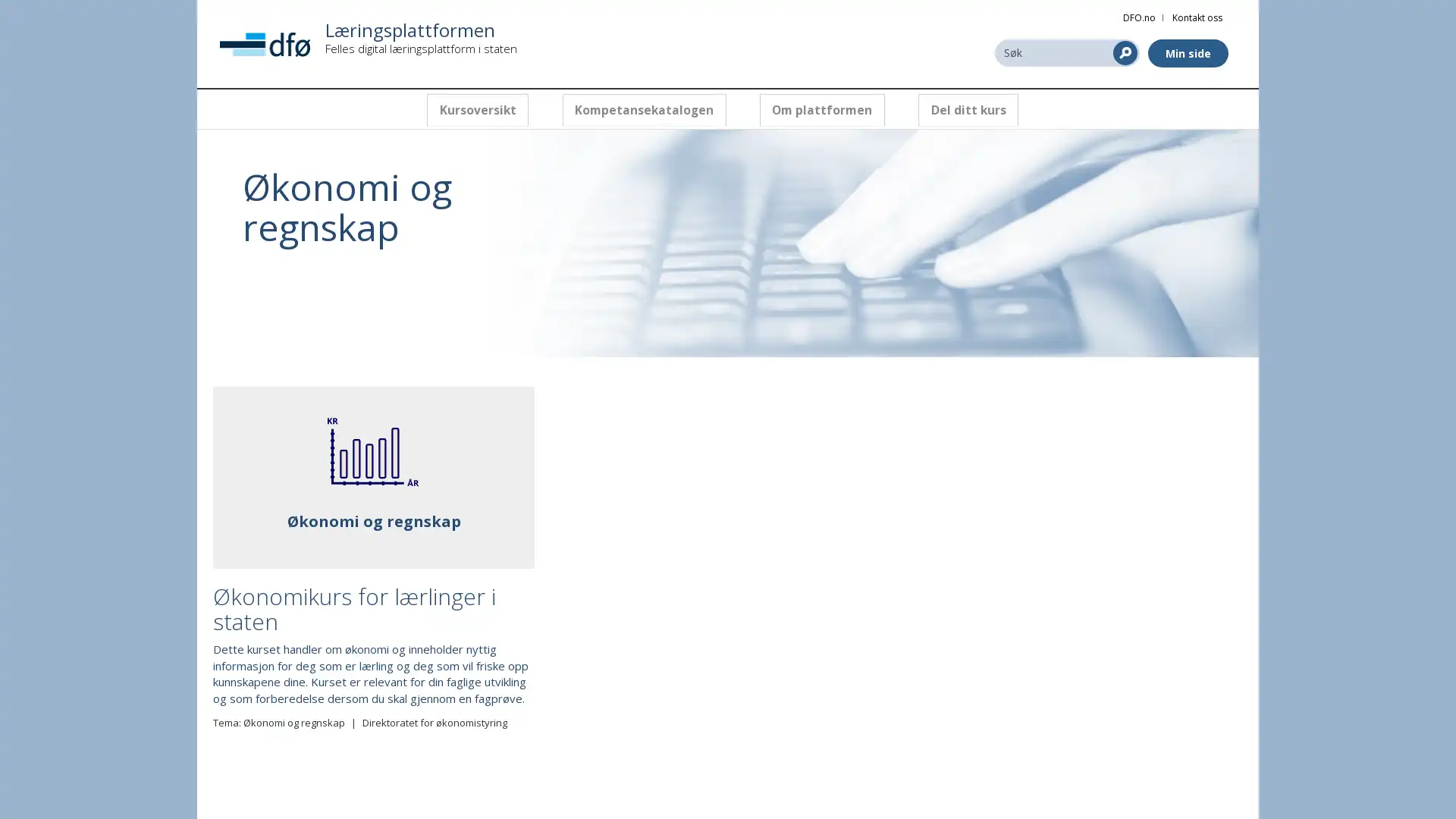 Image resolution: width=1456 pixels, height=819 pixels. What do you see at coordinates (1125, 52) in the screenshot?
I see `Sk` at bounding box center [1125, 52].